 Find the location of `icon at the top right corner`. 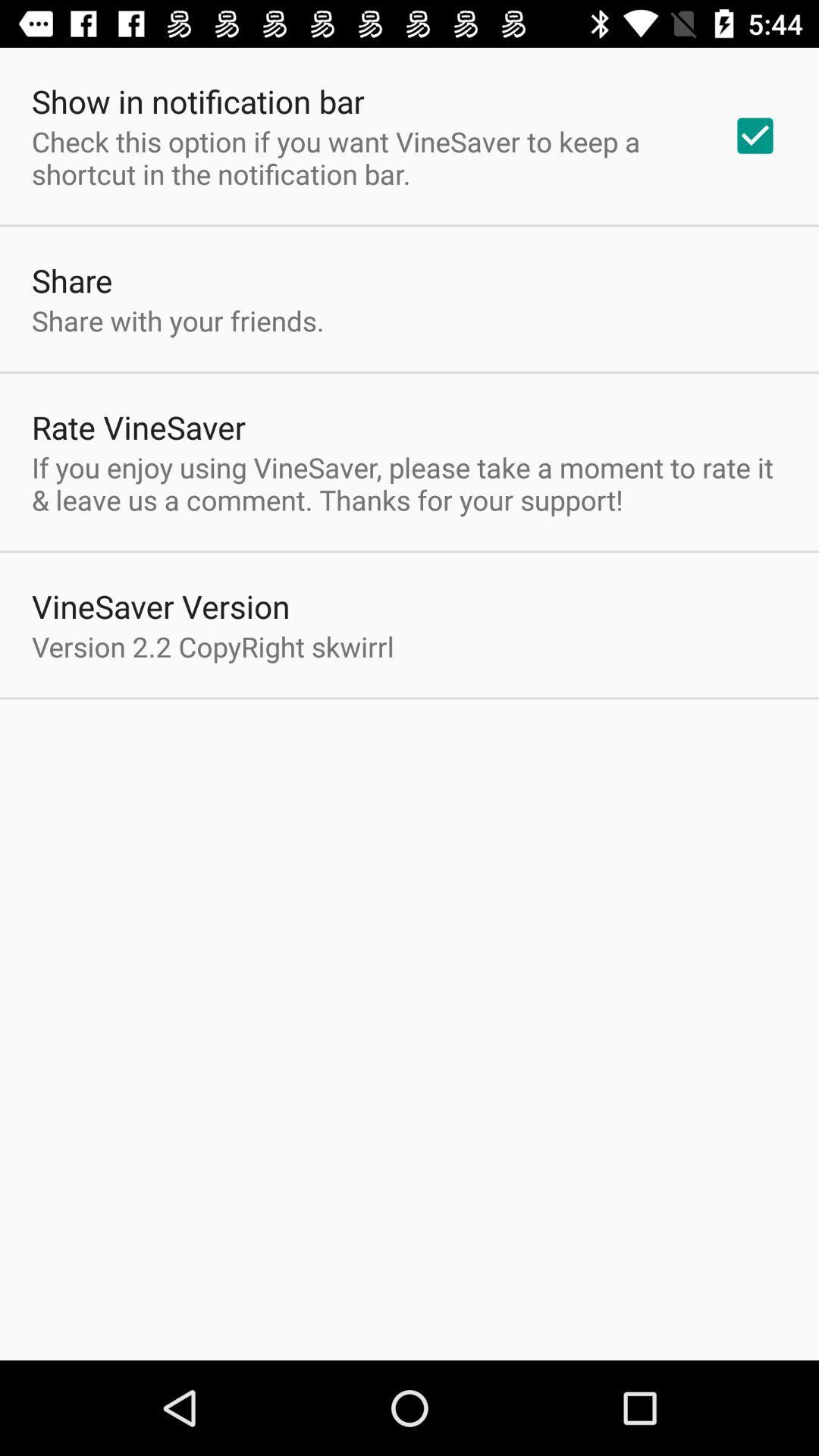

icon at the top right corner is located at coordinates (755, 136).